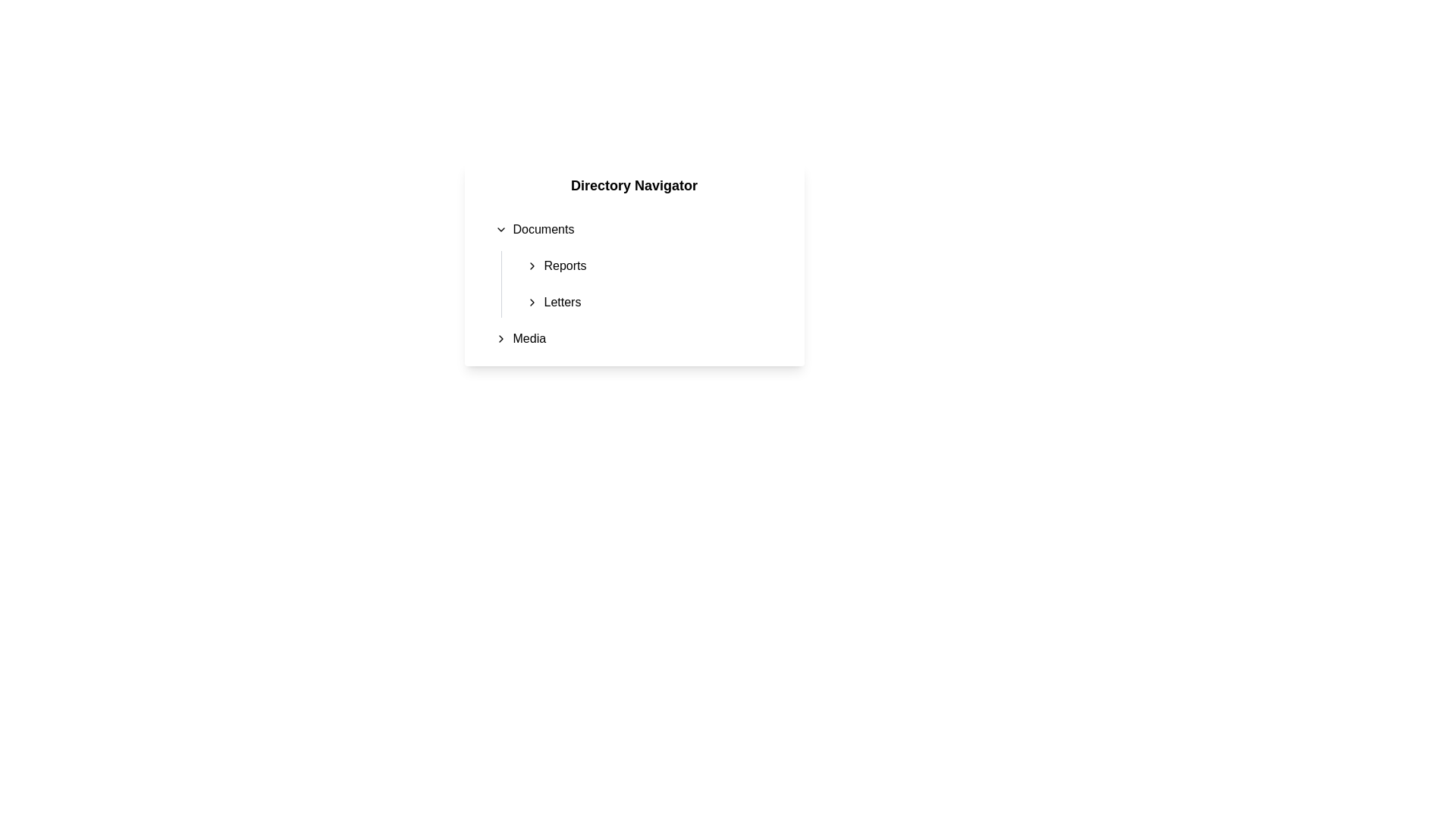 This screenshot has height=819, width=1456. Describe the element at coordinates (655, 265) in the screenshot. I see `the 'Reports' navigation item, which is the first item under the 'Documents' section in the navigation pane` at that location.